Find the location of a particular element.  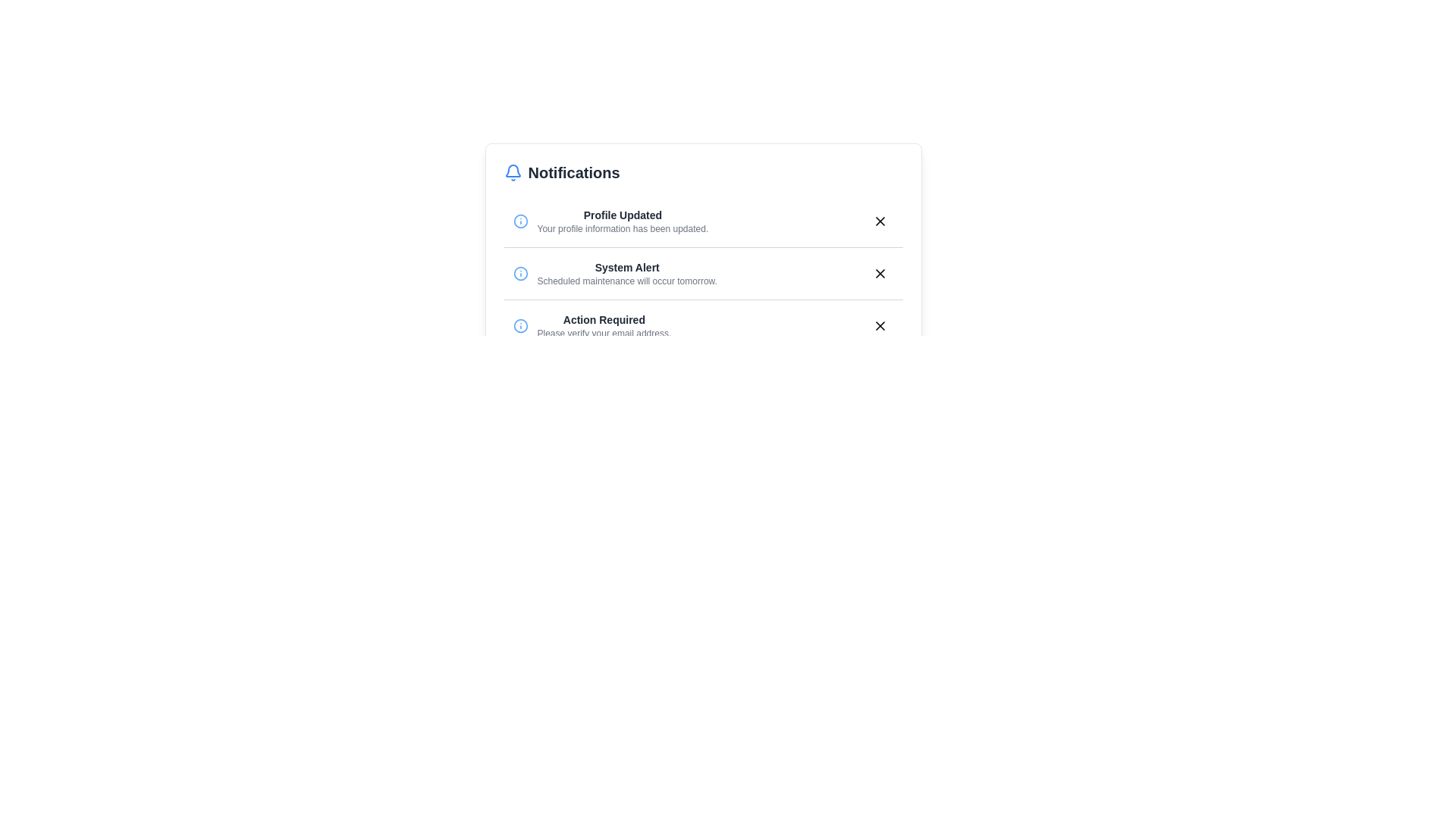

the third notification entry titled 'Action Required' is located at coordinates (702, 325).